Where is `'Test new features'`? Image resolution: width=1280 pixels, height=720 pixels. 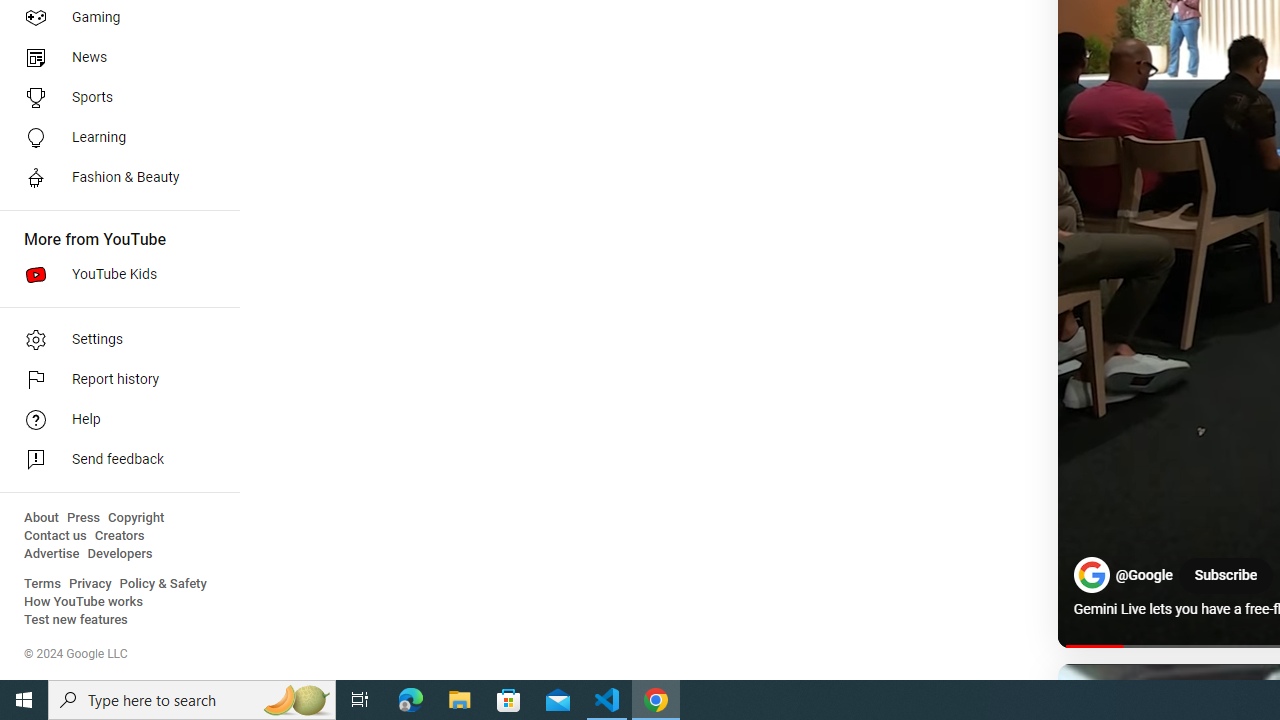
'Test new features' is located at coordinates (76, 619).